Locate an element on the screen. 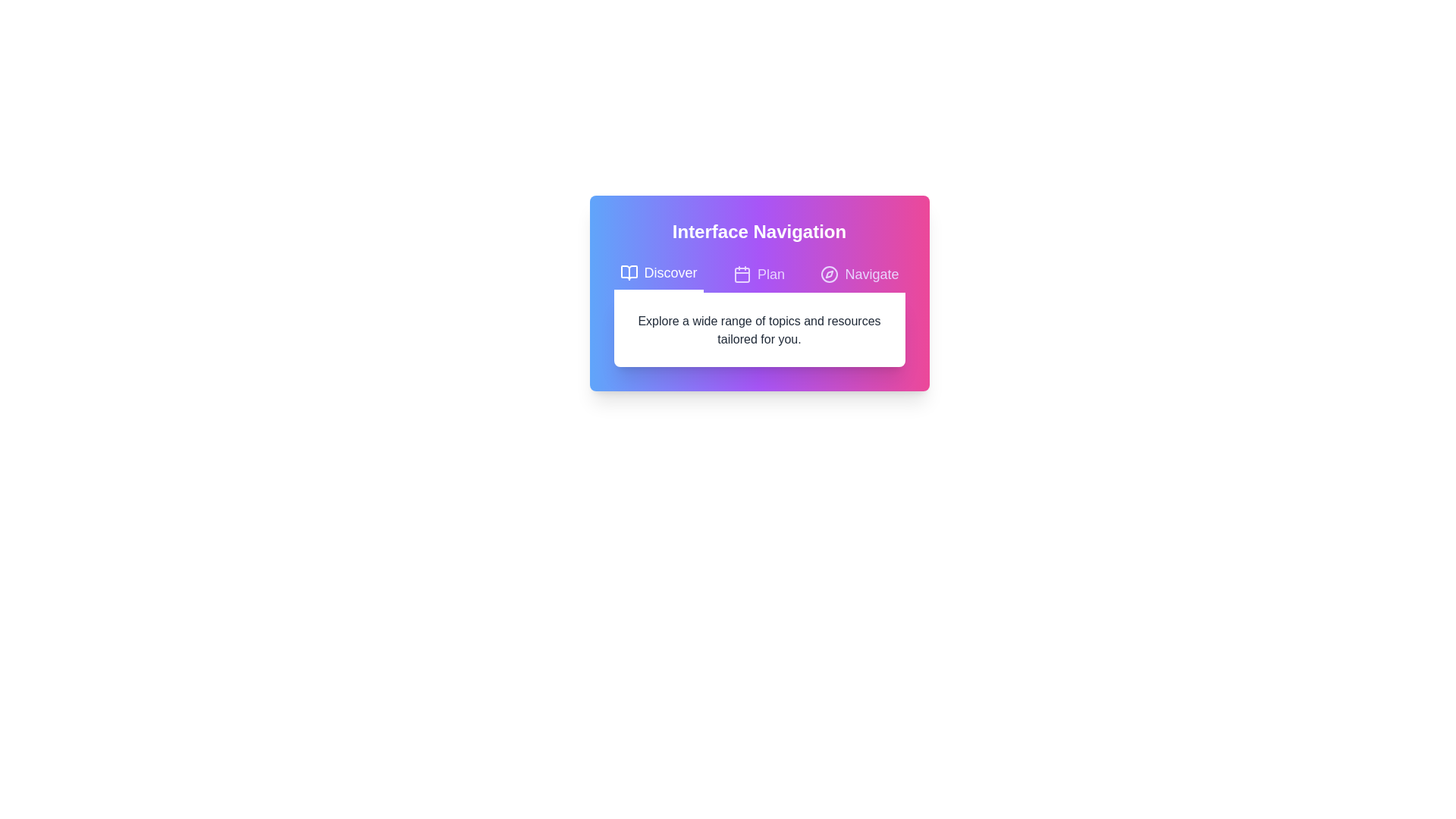  the small open book icon located to the left of the 'Discover' text in the tabbed navigation interface is located at coordinates (629, 271).